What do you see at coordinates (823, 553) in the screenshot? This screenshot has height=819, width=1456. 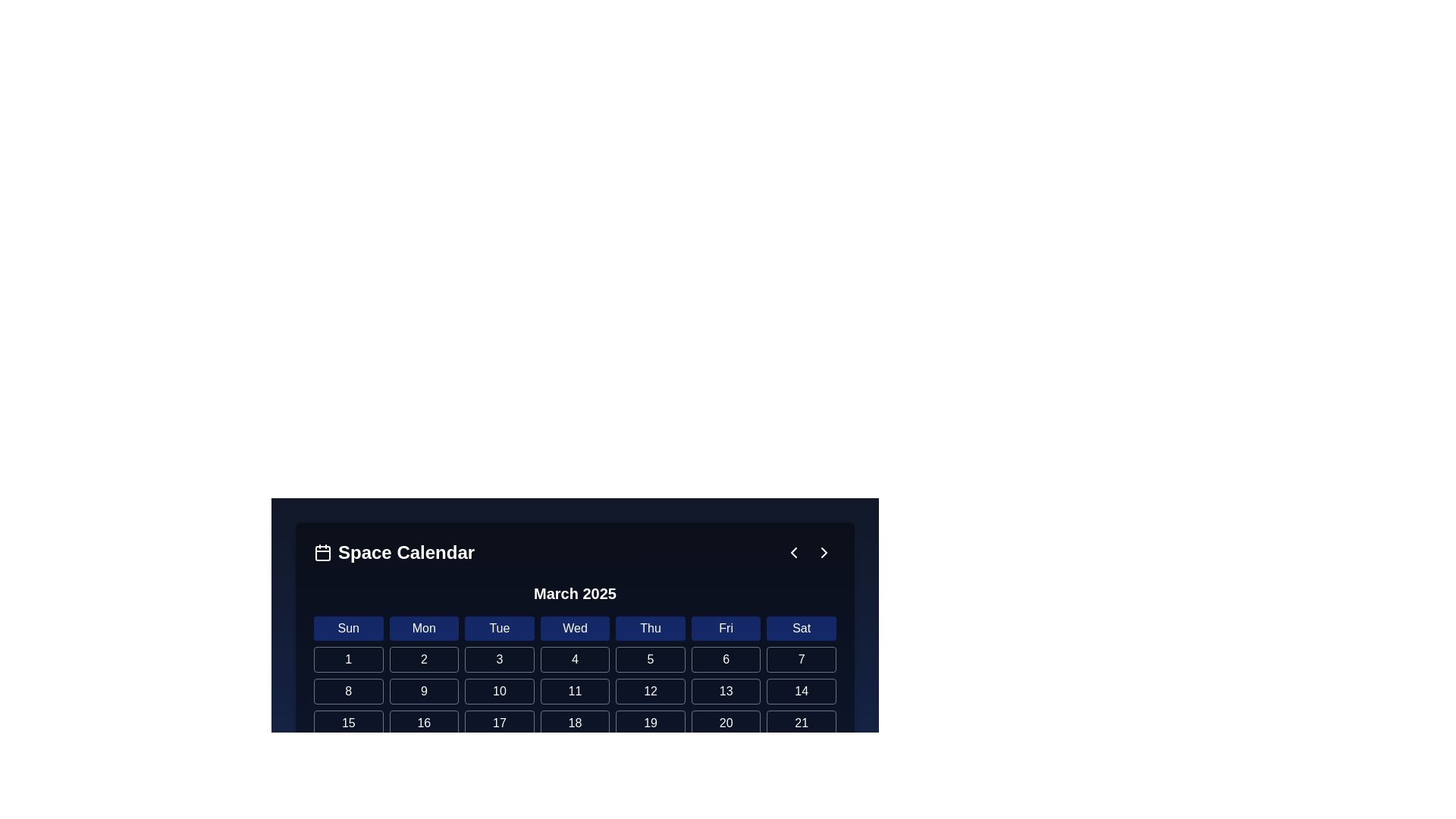 I see `the right-pointing chevron button located in the top-right corner of the calendar interface` at bounding box center [823, 553].